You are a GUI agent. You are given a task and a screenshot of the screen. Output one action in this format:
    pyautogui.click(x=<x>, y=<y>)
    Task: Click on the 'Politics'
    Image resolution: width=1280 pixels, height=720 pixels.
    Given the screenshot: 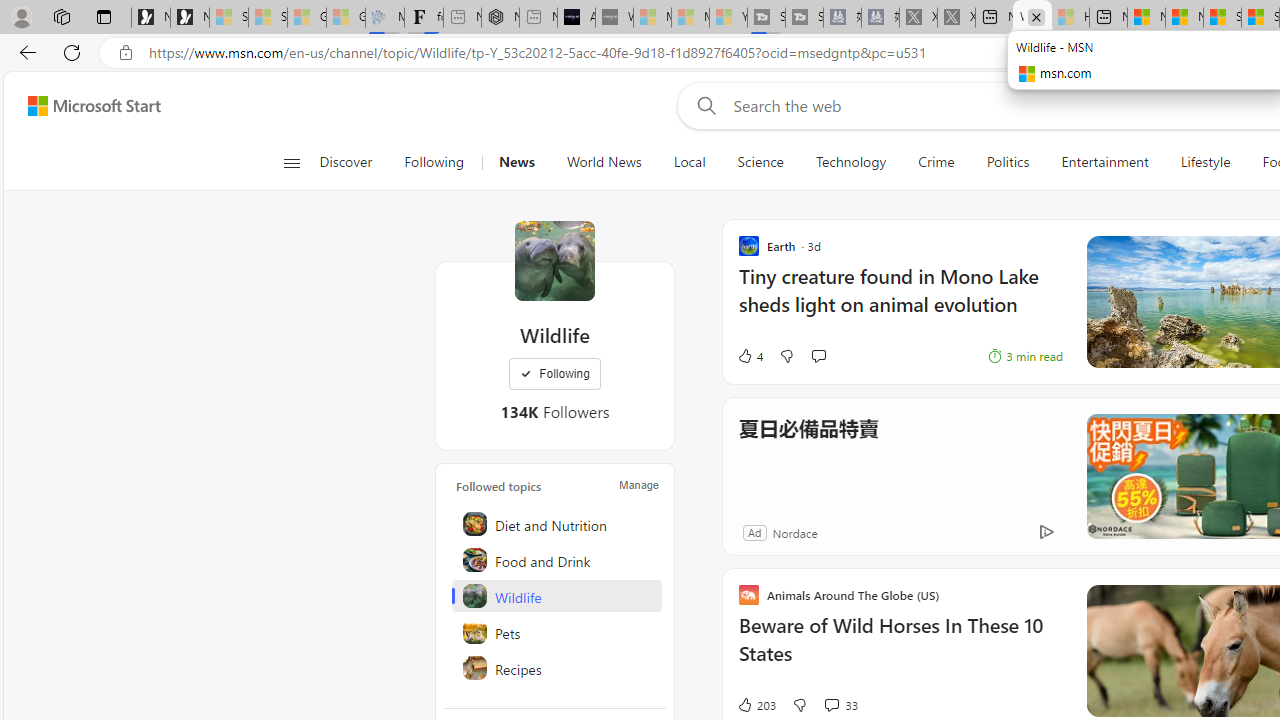 What is the action you would take?
    pyautogui.click(x=1008, y=162)
    